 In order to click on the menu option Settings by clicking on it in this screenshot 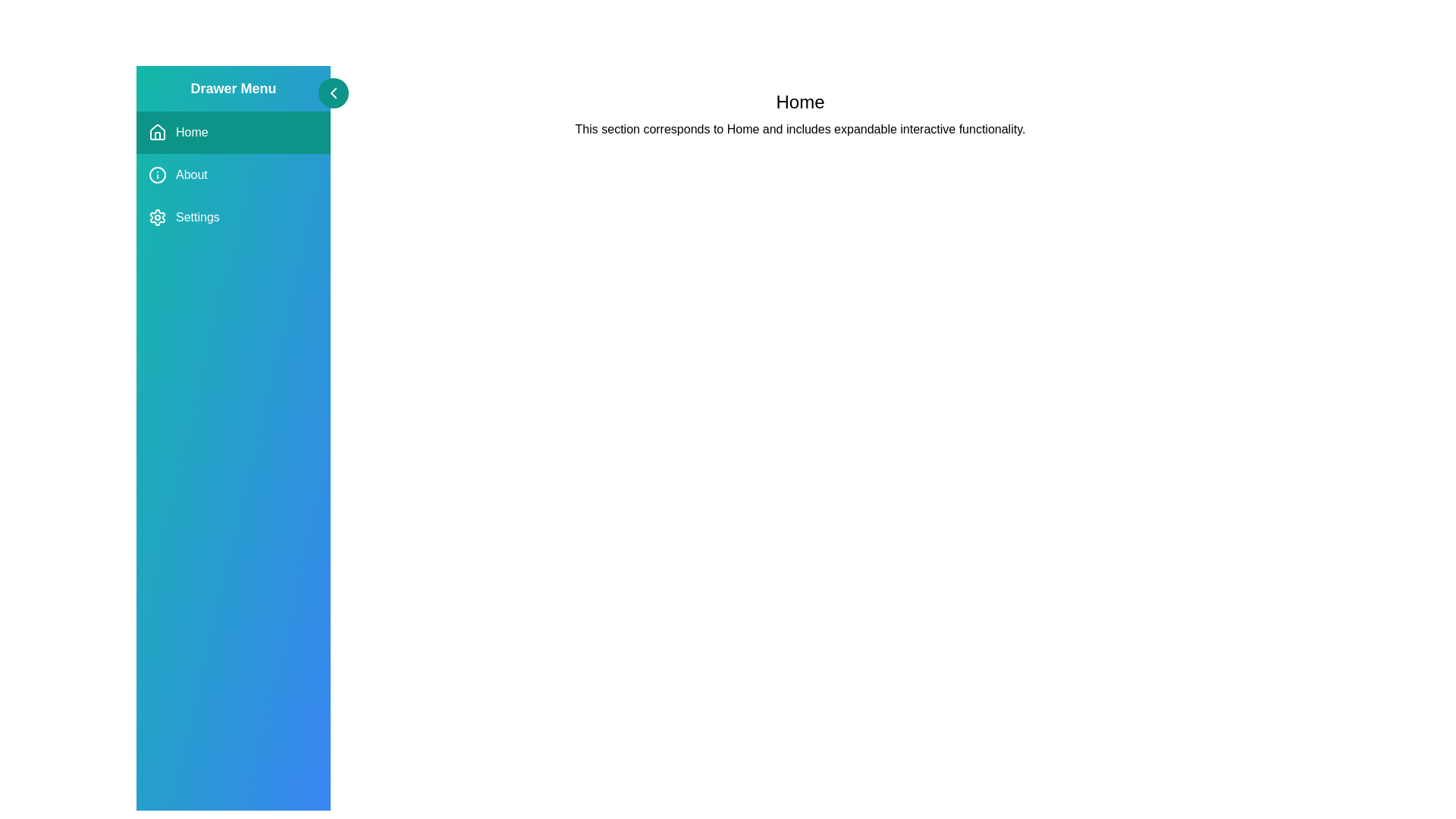, I will do `click(232, 217)`.